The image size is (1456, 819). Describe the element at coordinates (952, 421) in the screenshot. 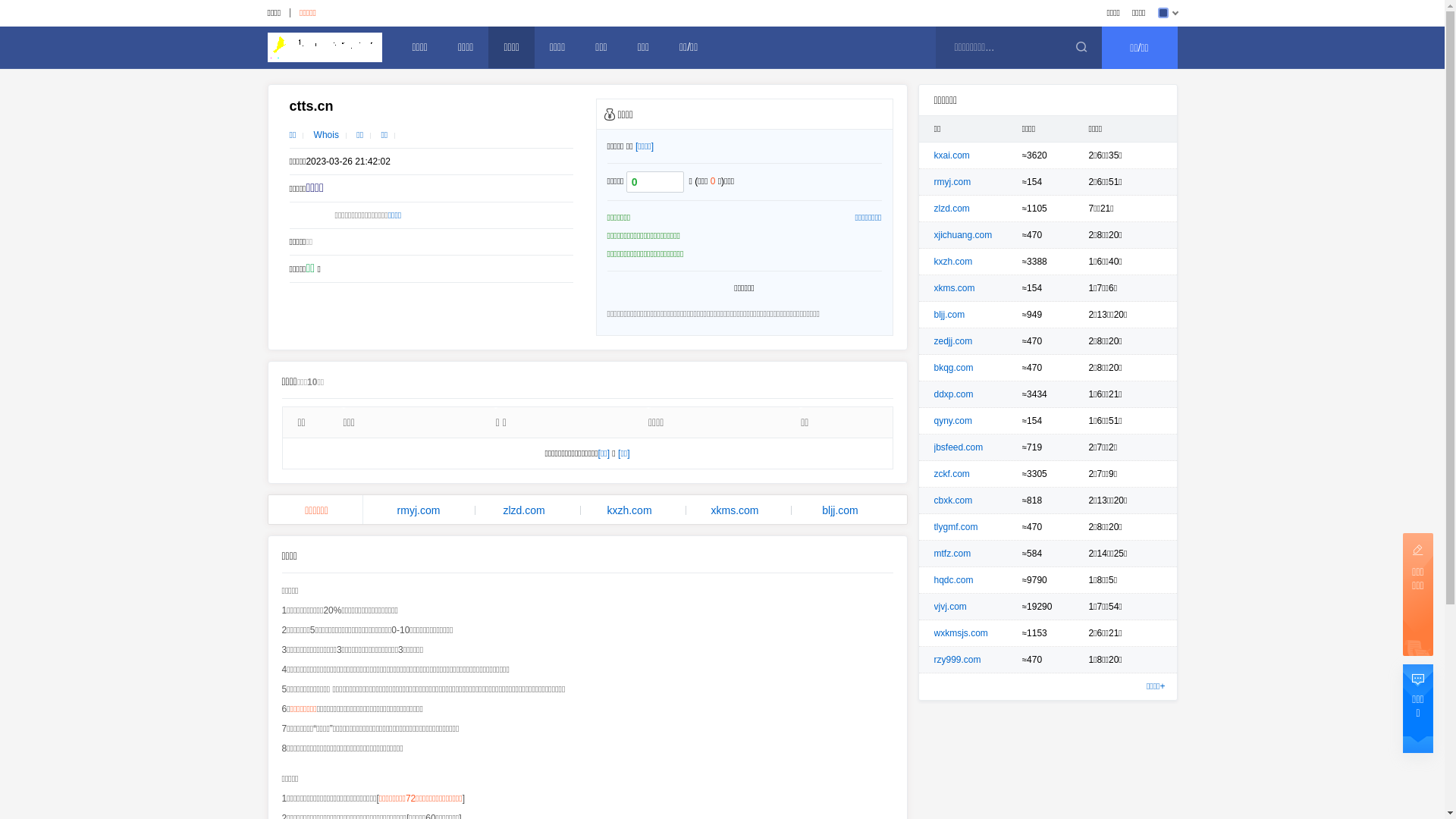

I see `'qyny.com'` at that location.